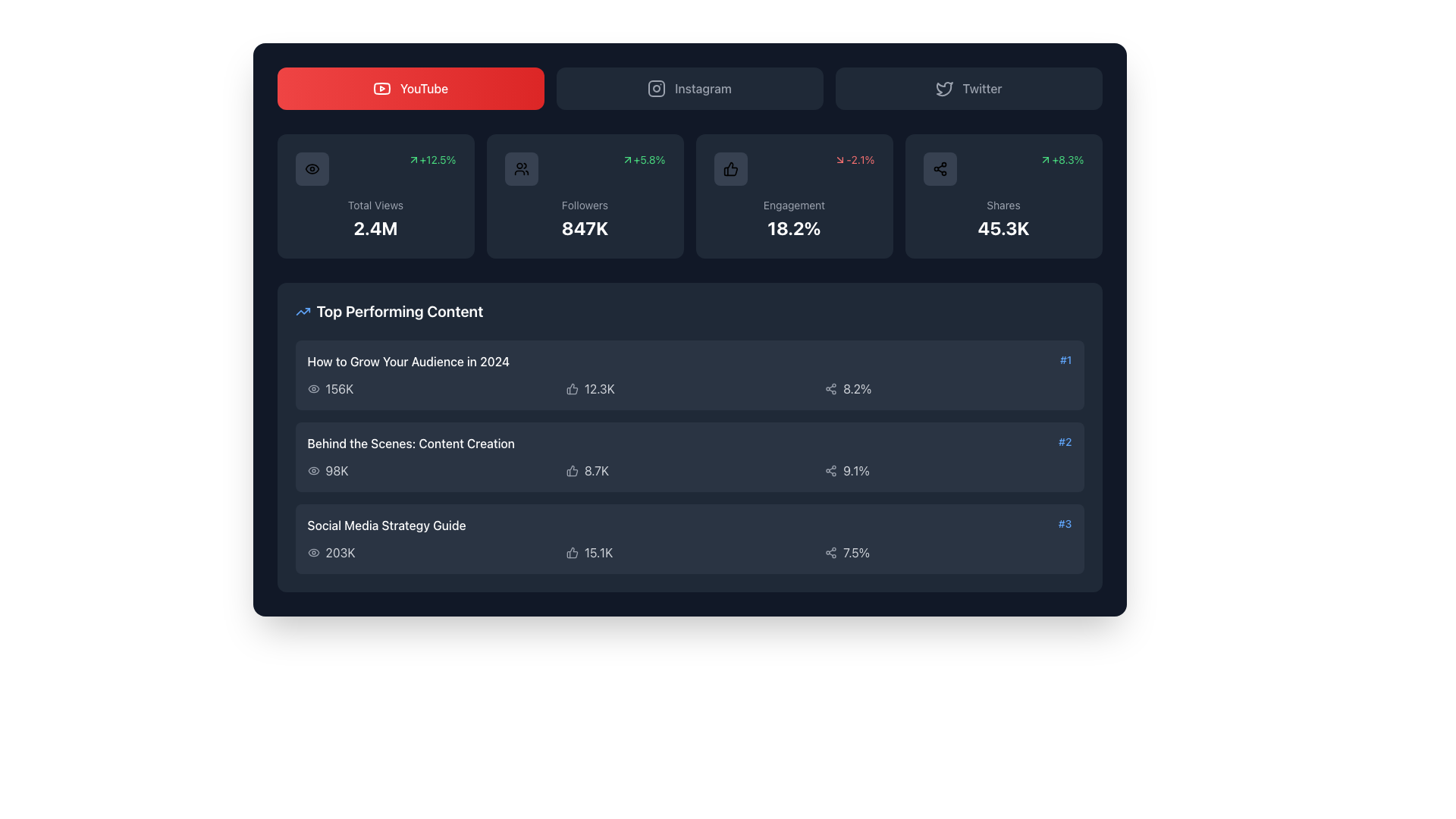 This screenshot has width=1456, height=819. What do you see at coordinates (1061, 160) in the screenshot?
I see `value of the text '+8.3%' which is accompanied by a green upward arrow icon located in the top-right corner of the 'Shares' stat card` at bounding box center [1061, 160].